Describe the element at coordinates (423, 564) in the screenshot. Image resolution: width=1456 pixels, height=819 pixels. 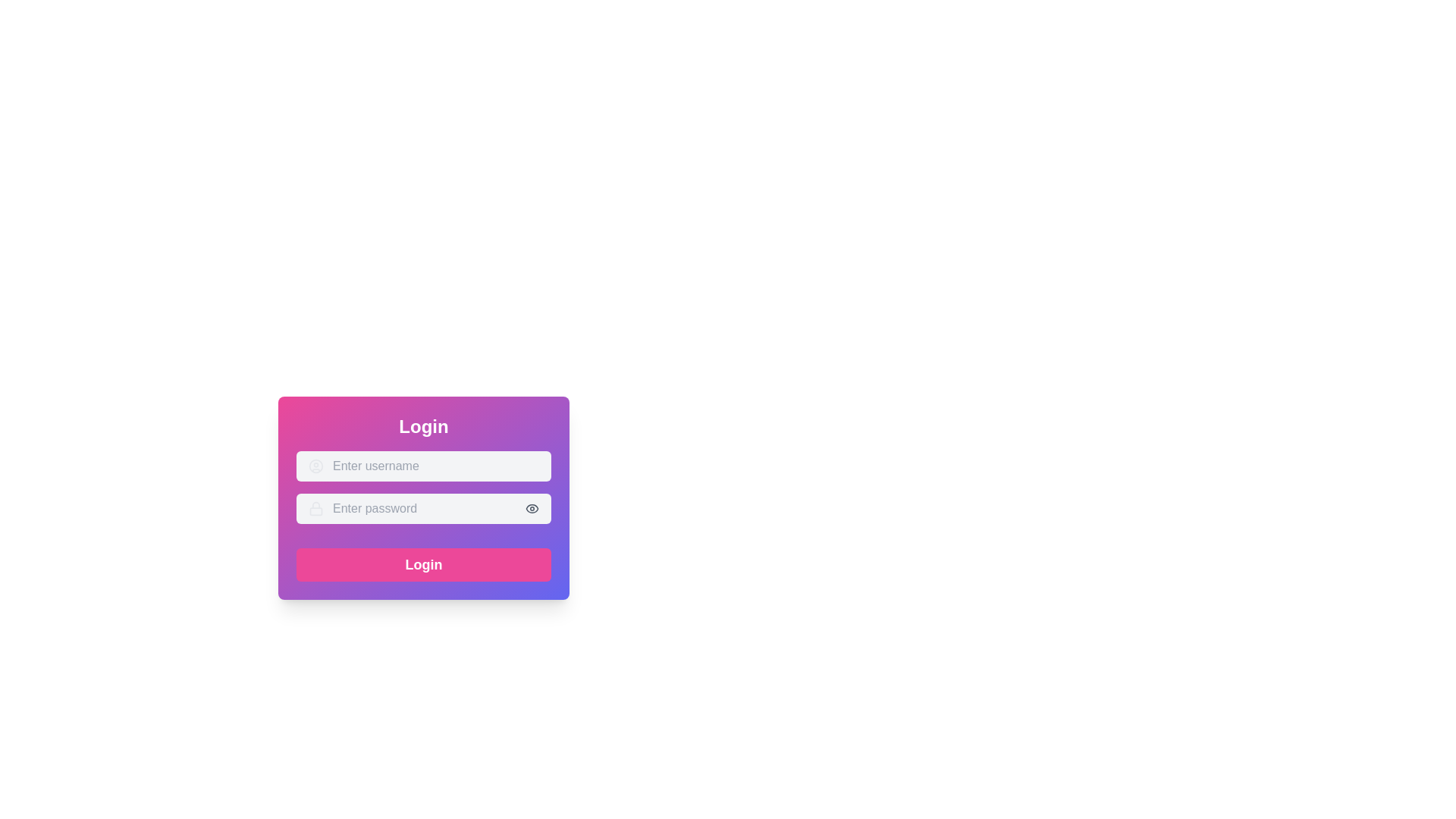
I see `the submit button located at the bottom of the login form` at that location.